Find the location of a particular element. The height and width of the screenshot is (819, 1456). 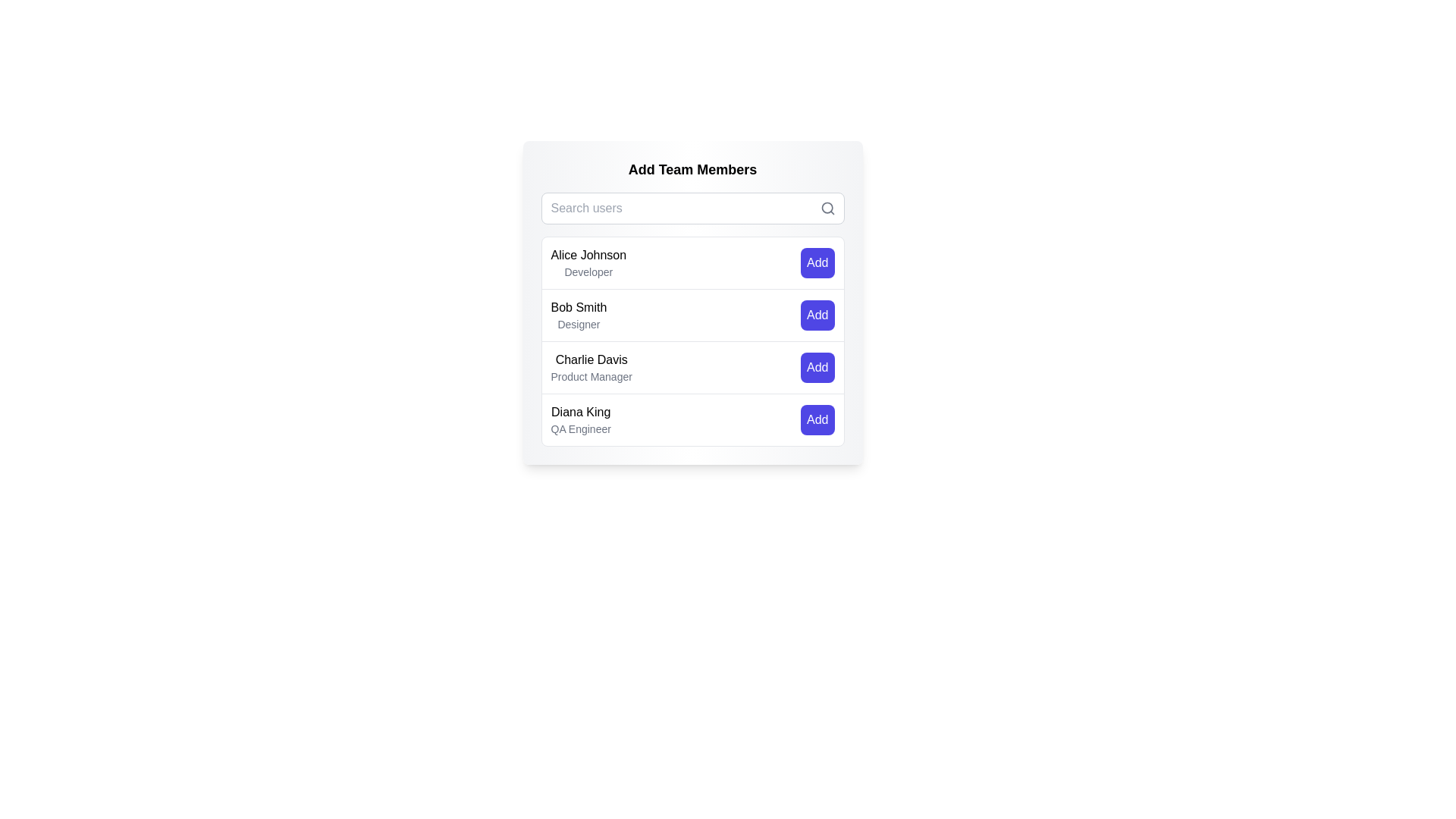

the 'Add' button with a blue background and white text located on the right side of the row for 'Diana King', triggering the add action is located at coordinates (817, 420).